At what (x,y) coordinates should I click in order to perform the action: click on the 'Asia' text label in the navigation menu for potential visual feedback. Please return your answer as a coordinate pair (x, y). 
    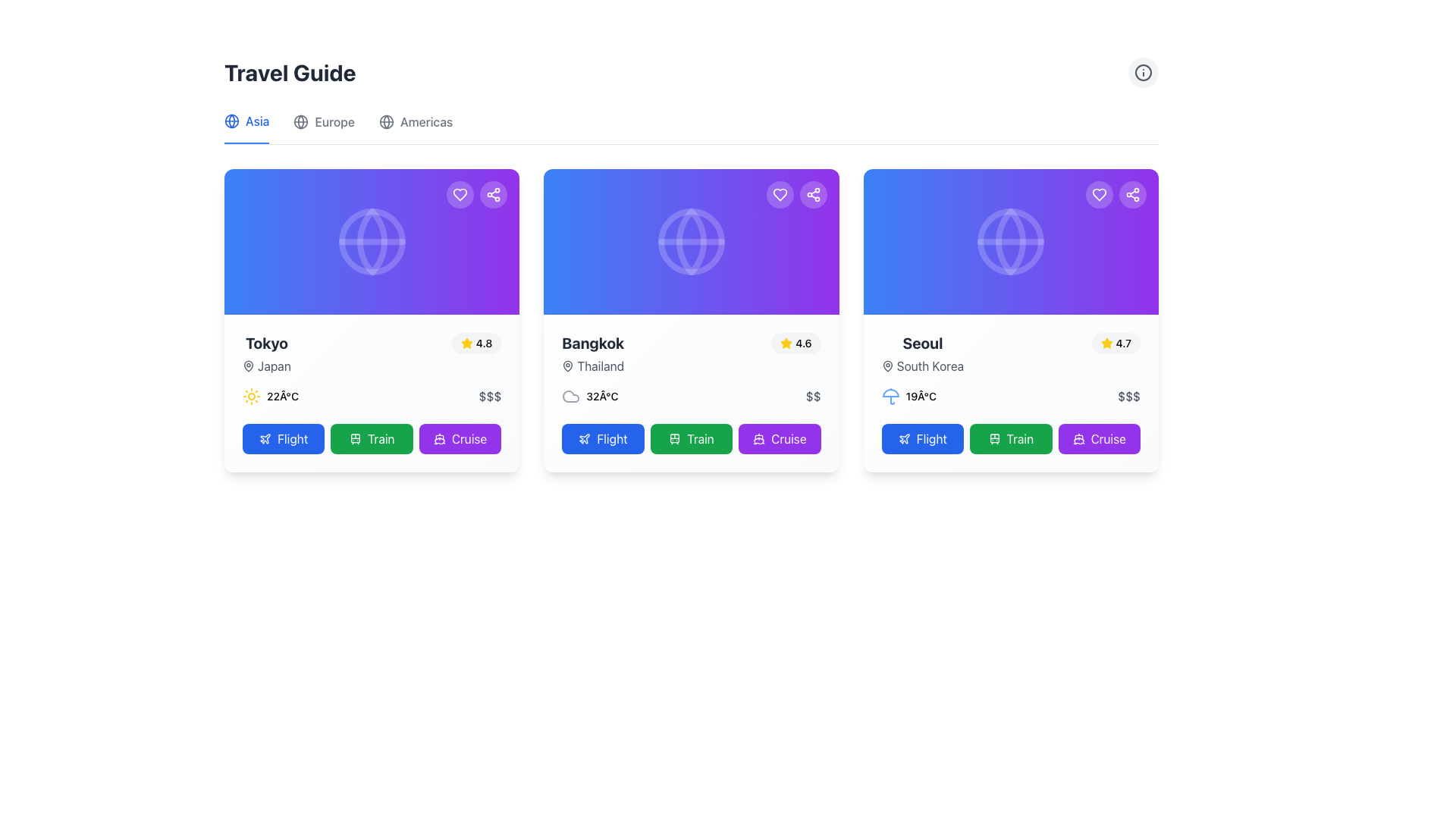
    Looking at the image, I should click on (257, 120).